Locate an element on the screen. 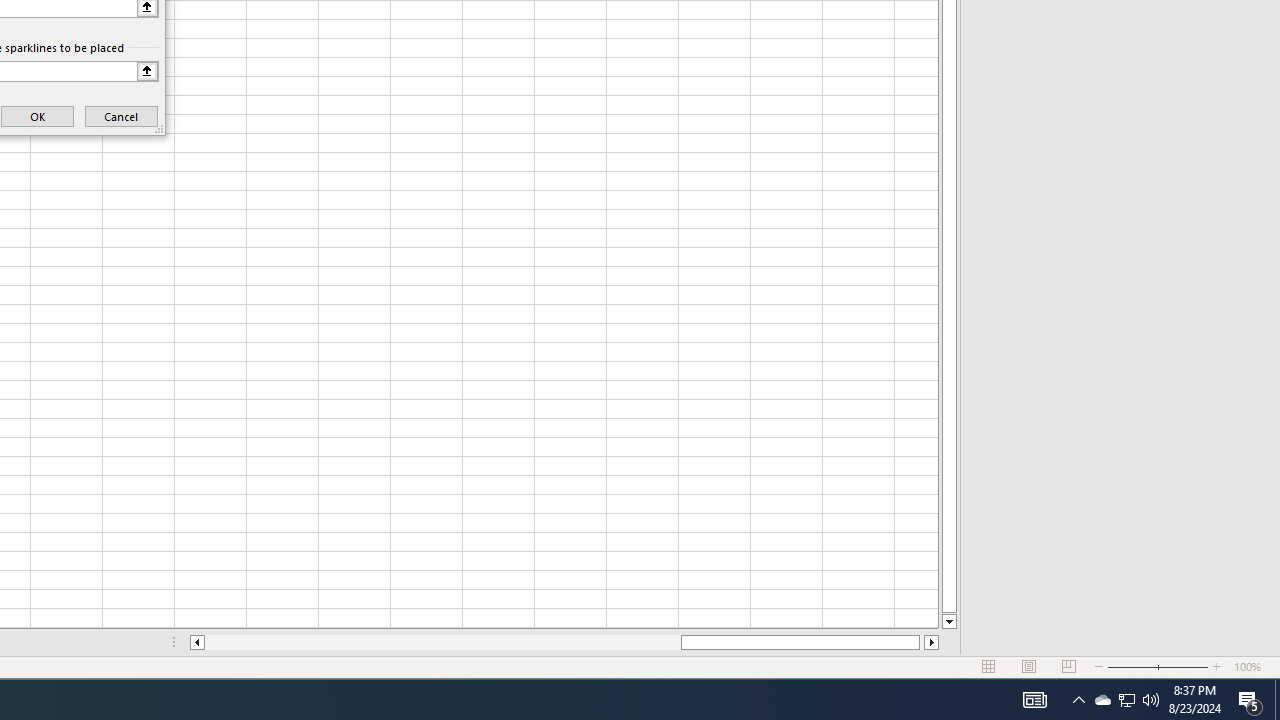 The width and height of the screenshot is (1280, 720). 'Normal' is located at coordinates (988, 667).